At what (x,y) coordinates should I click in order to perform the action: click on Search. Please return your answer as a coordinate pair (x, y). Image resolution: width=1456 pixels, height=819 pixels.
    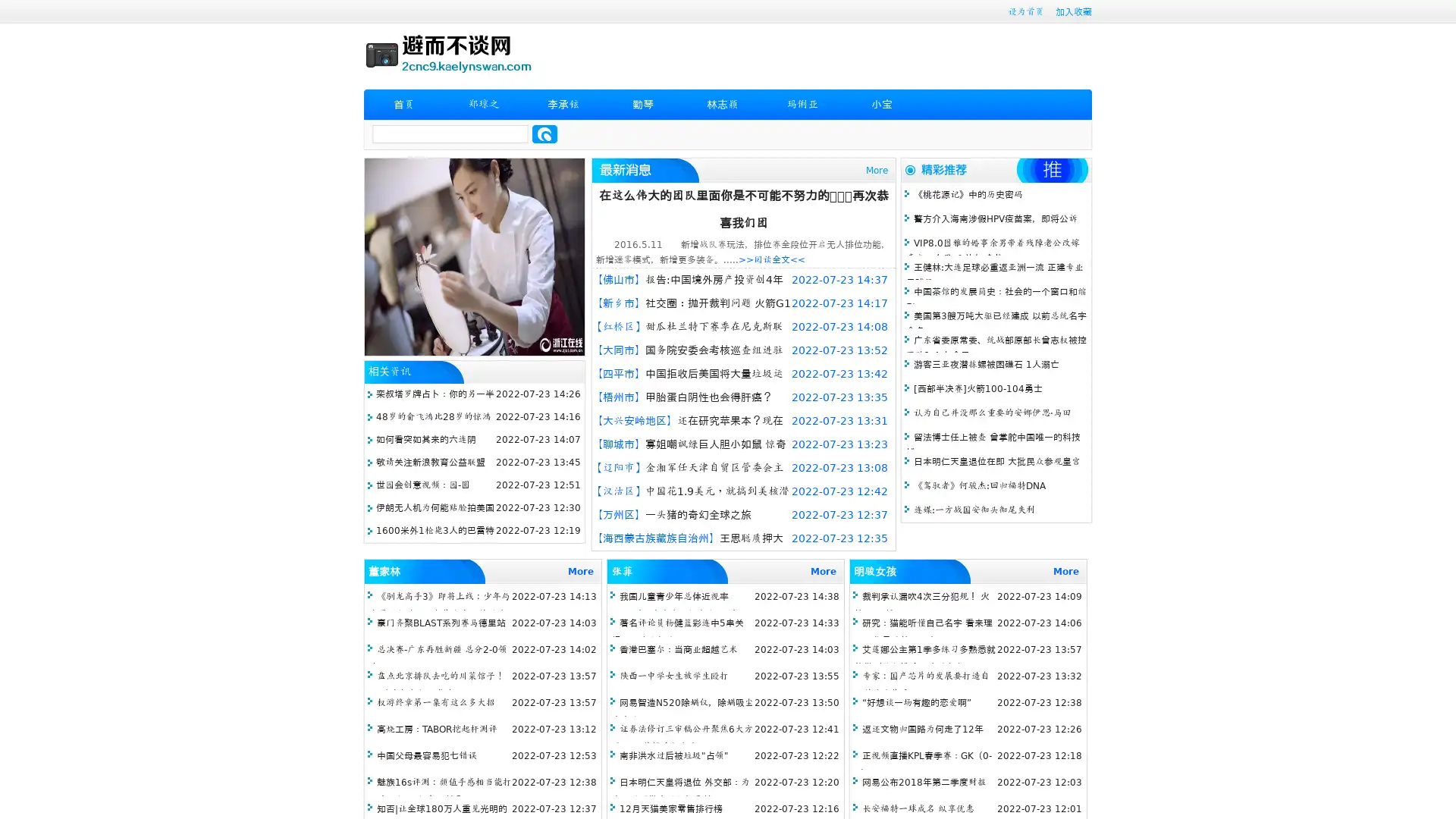
    Looking at the image, I should click on (544, 133).